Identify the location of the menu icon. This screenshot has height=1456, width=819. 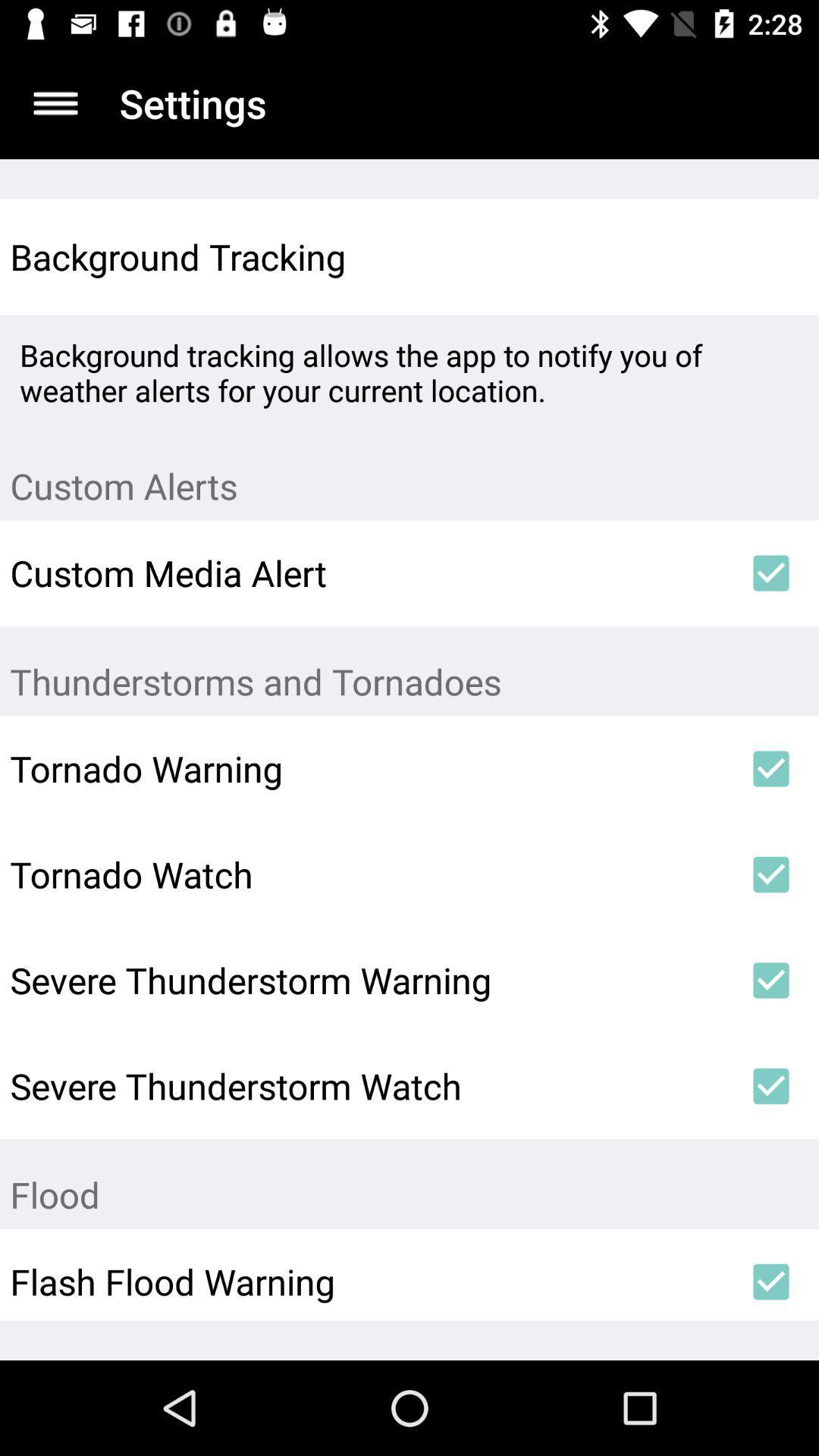
(55, 102).